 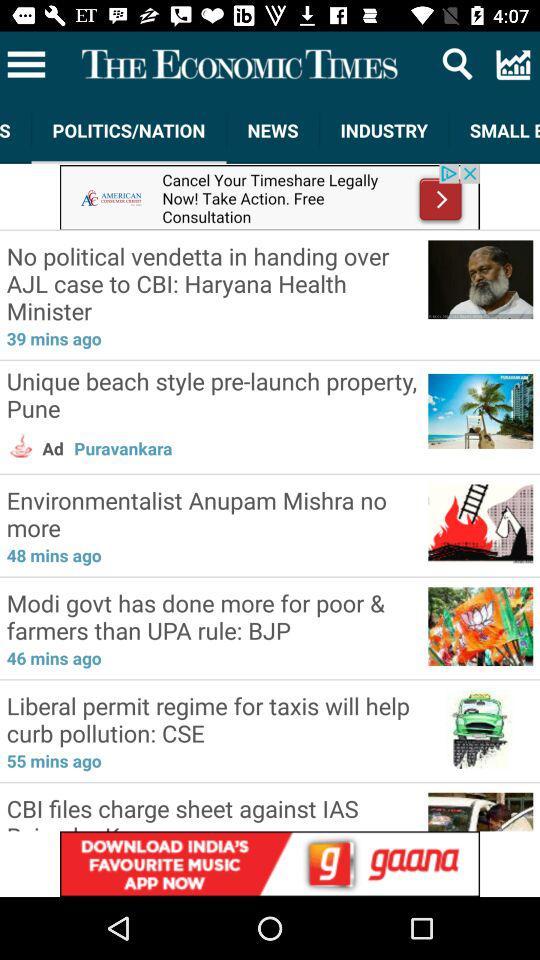 What do you see at coordinates (479, 623) in the screenshot?
I see `the fifth image from top` at bounding box center [479, 623].